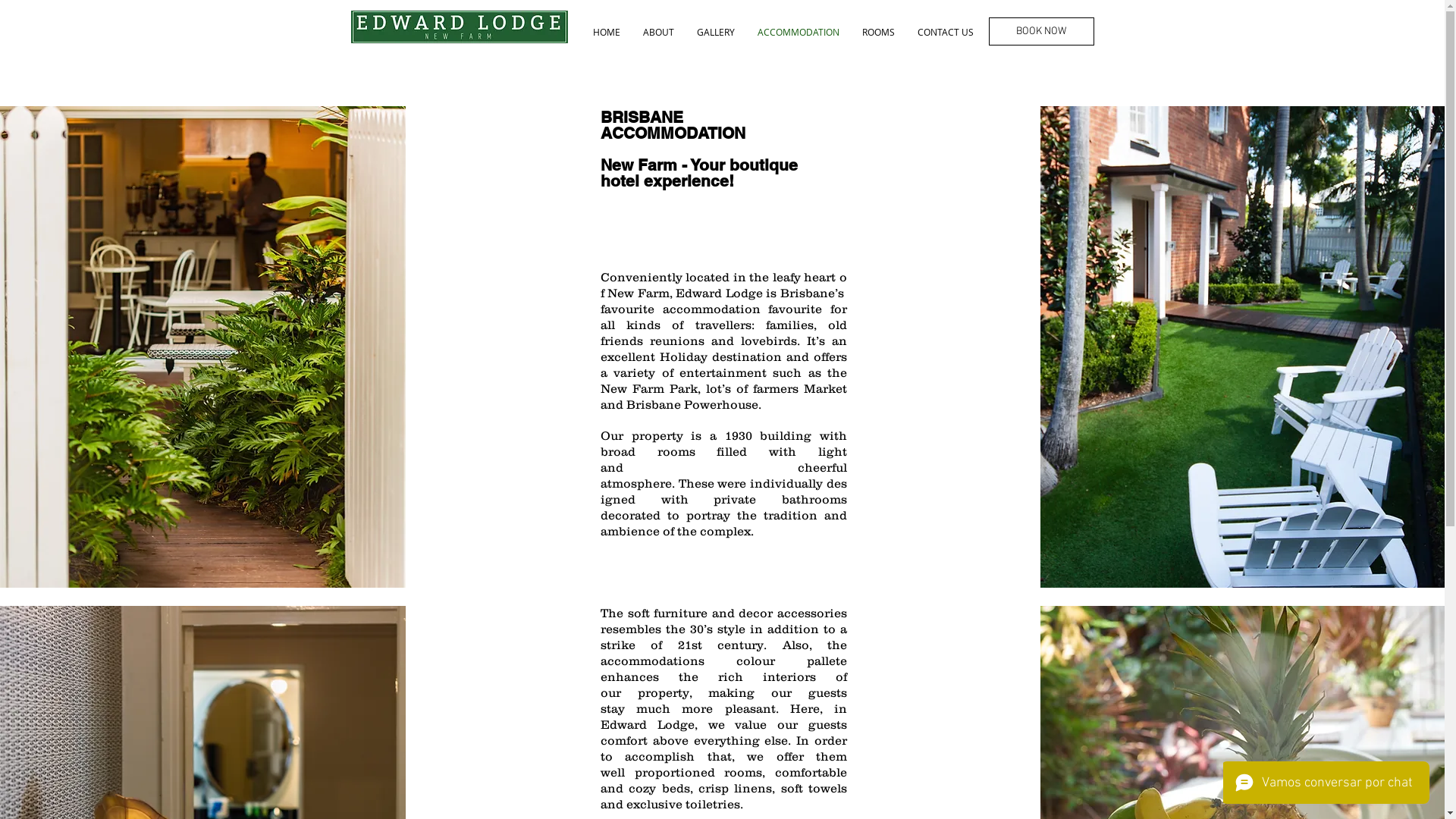 This screenshot has height=819, width=1456. Describe the element at coordinates (745, 32) in the screenshot. I see `'ACCOMMODATION'` at that location.